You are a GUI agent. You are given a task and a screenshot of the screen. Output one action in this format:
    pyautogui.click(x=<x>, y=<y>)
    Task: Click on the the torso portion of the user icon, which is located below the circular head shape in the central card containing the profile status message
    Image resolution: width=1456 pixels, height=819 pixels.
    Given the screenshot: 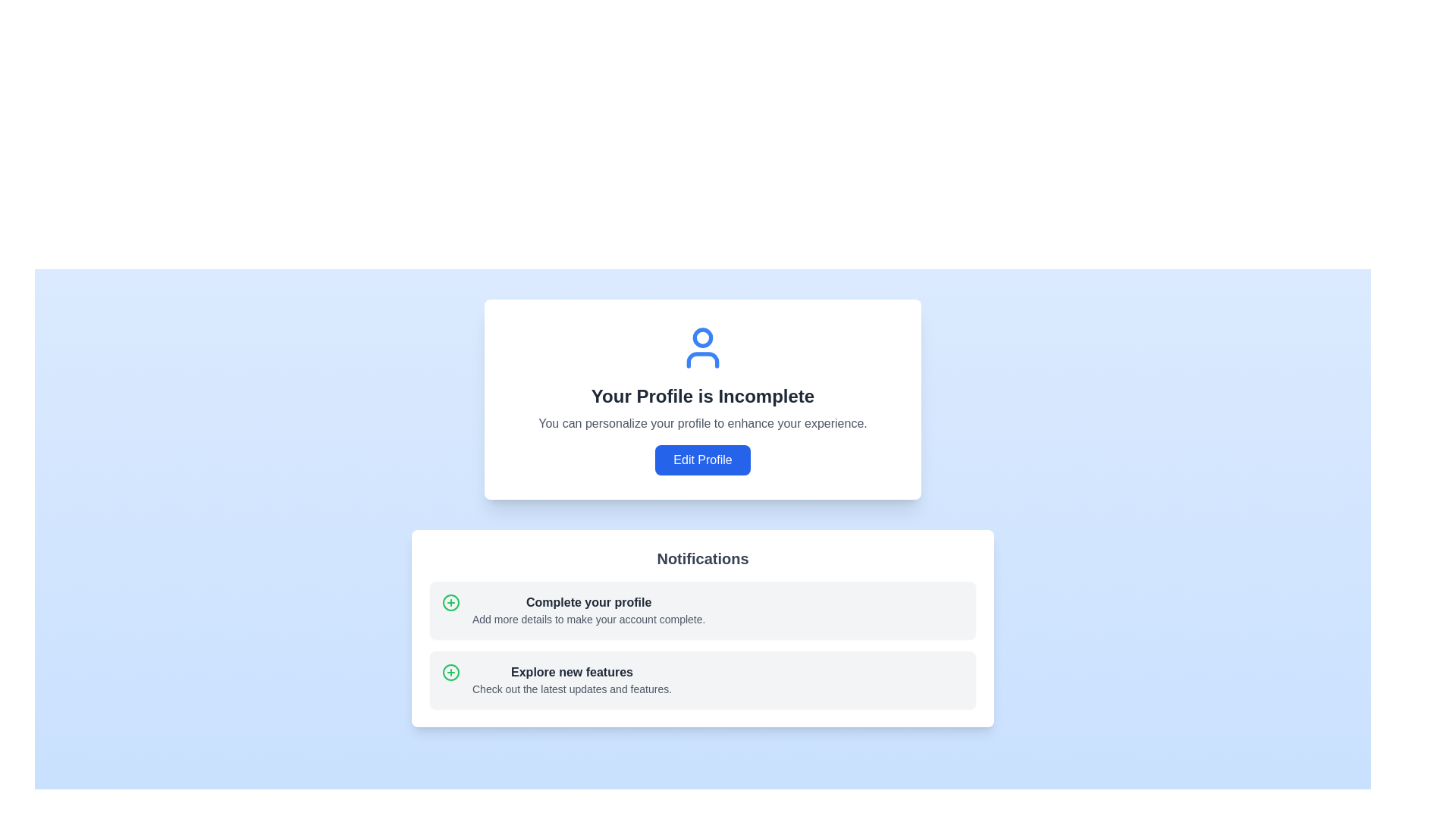 What is the action you would take?
    pyautogui.click(x=701, y=359)
    